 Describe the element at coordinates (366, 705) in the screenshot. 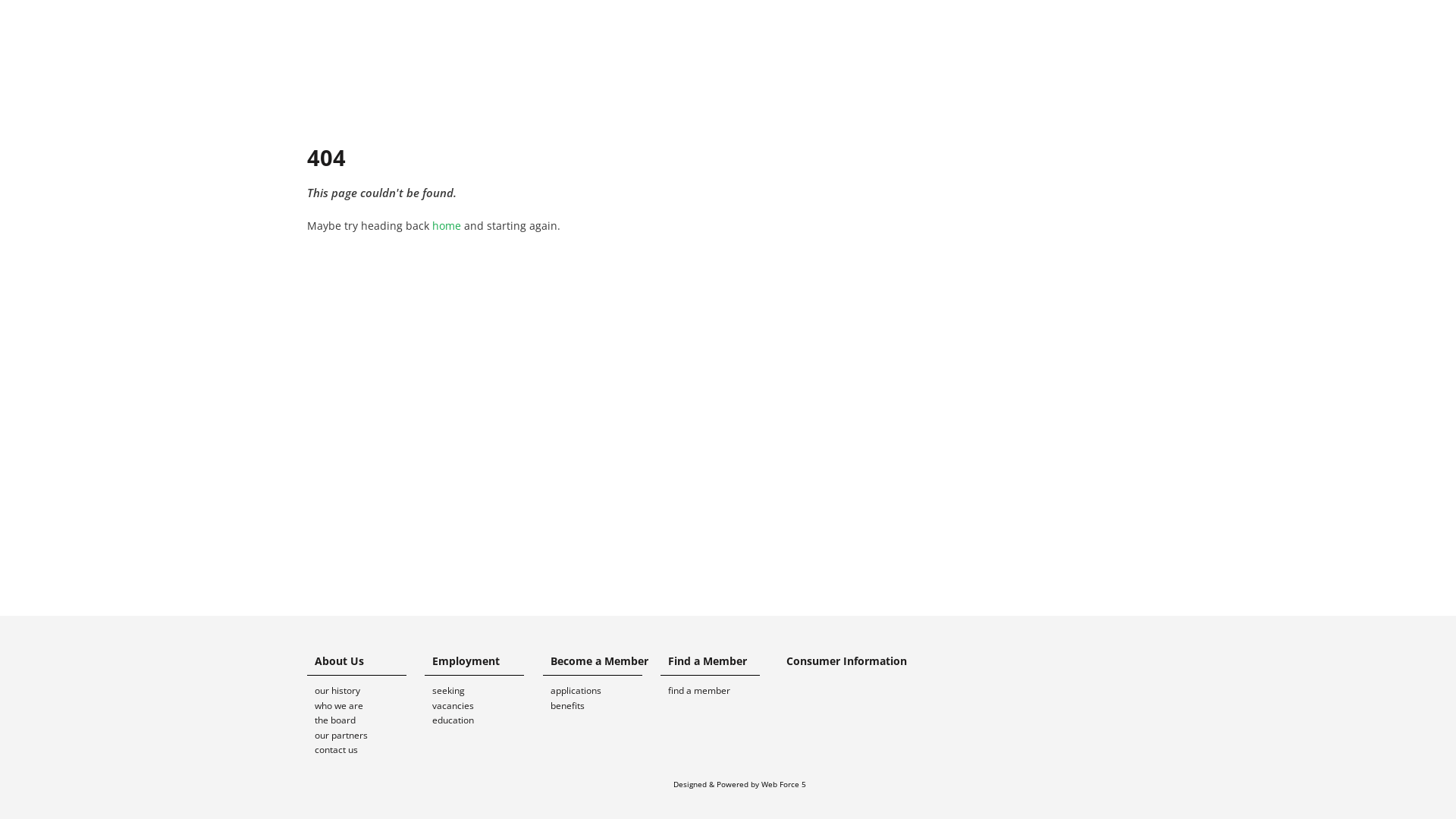

I see `'who we are'` at that location.